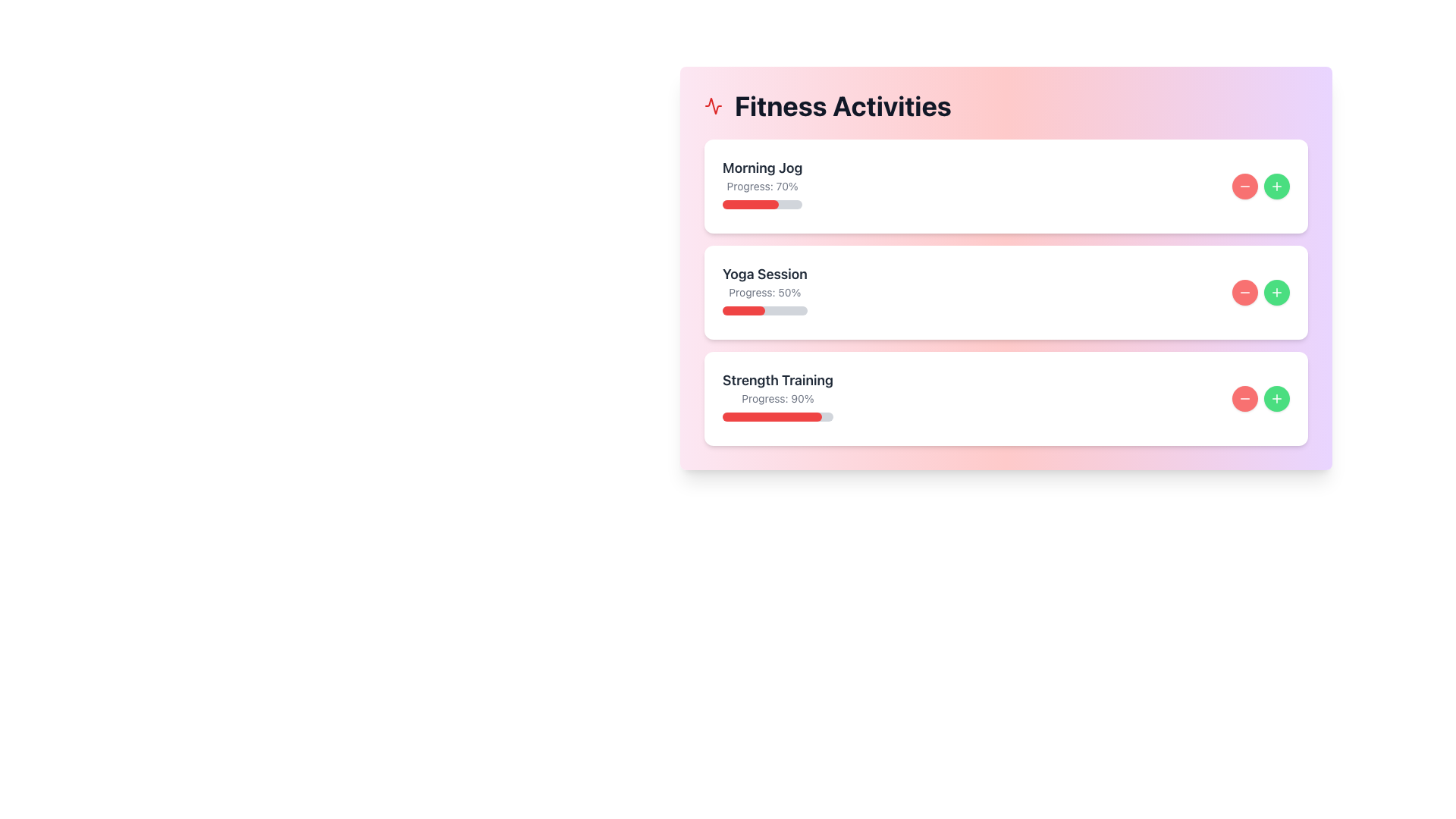 The height and width of the screenshot is (819, 1456). Describe the element at coordinates (712, 105) in the screenshot. I see `the decorative icon that emphasizes the 'Fitness Activities' section, located at the leftmost part of the section heading` at that location.